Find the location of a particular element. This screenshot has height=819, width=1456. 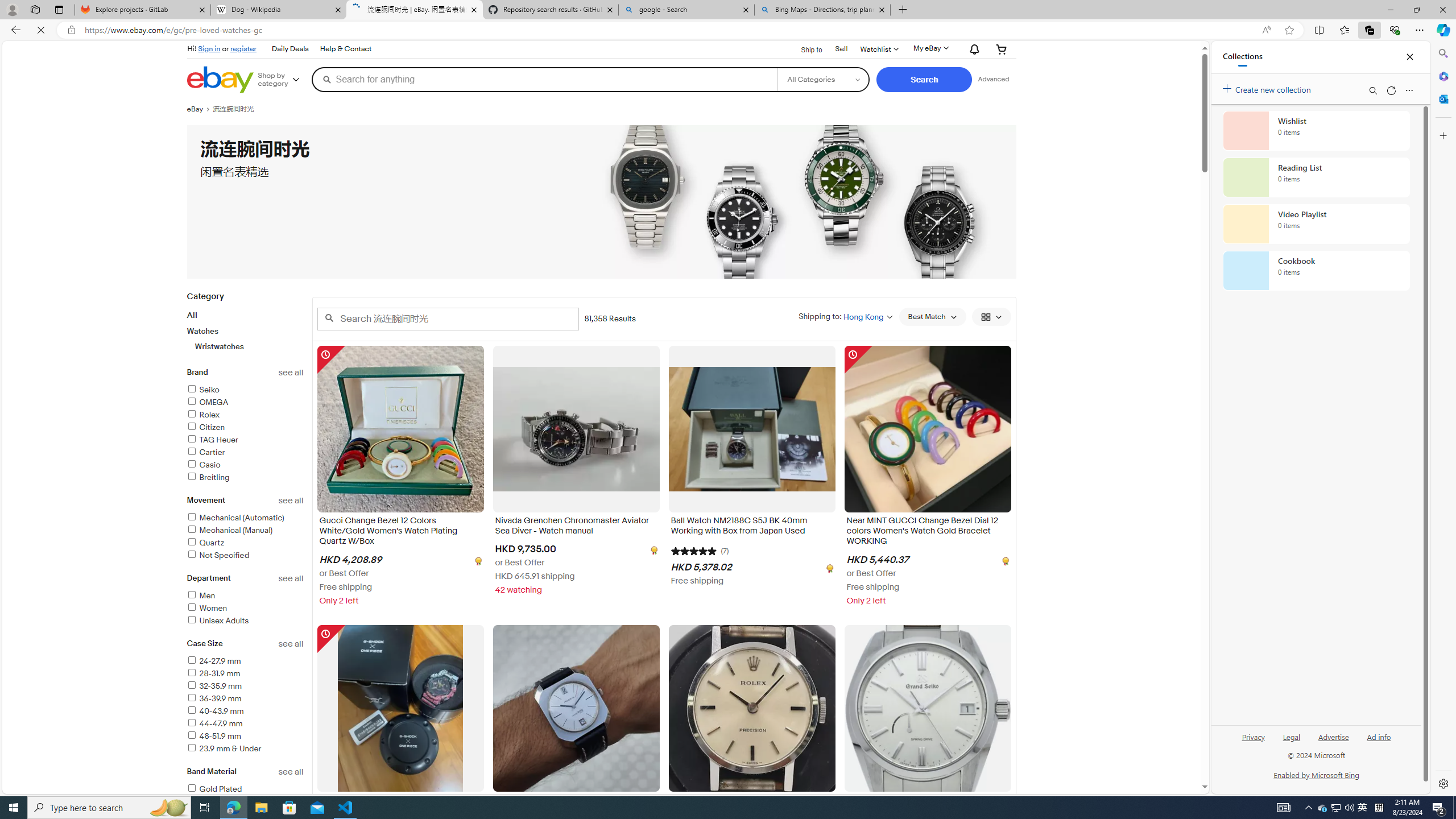

'More options menu' is located at coordinates (1409, 90).